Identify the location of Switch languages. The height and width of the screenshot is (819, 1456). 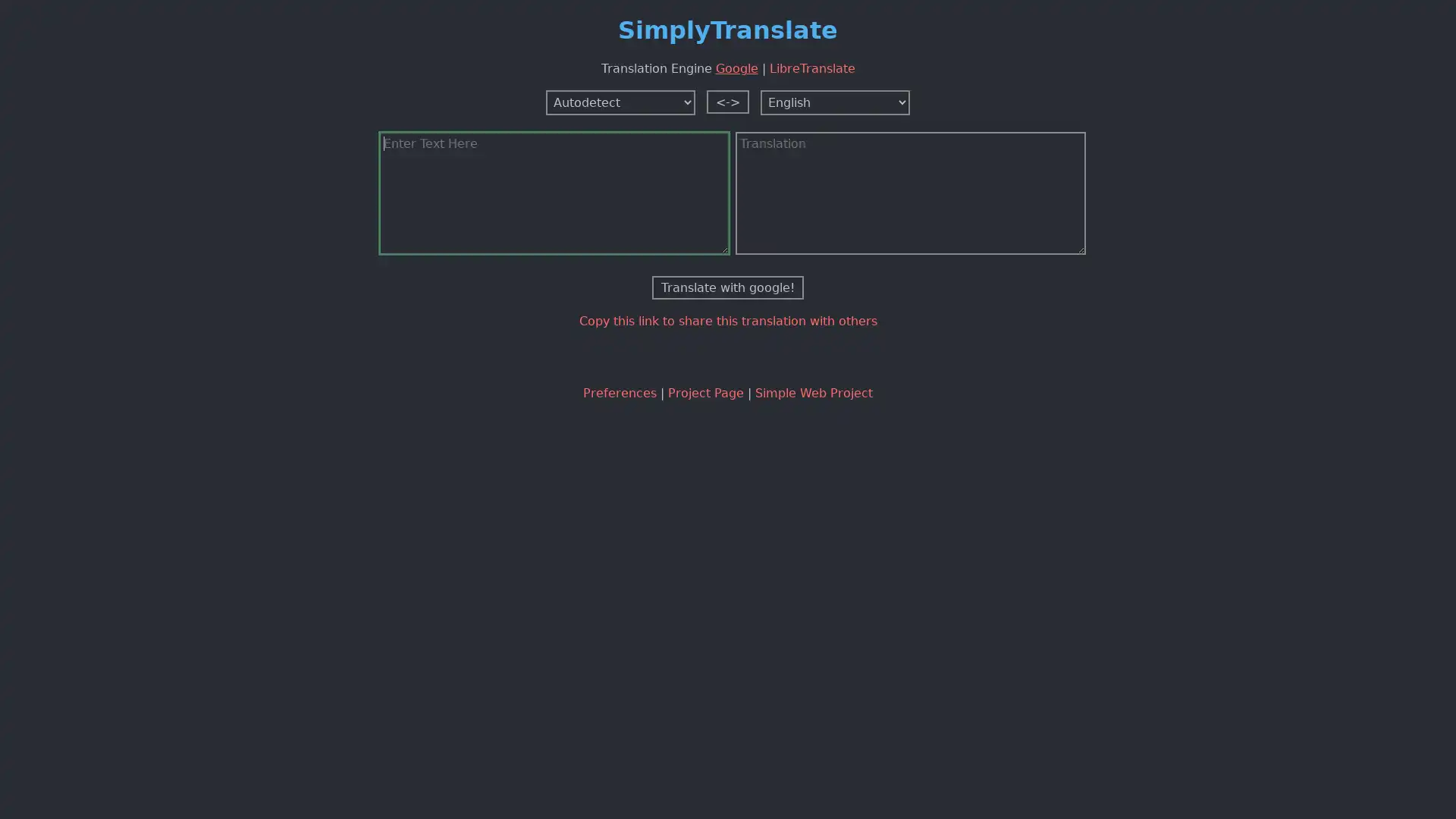
(728, 101).